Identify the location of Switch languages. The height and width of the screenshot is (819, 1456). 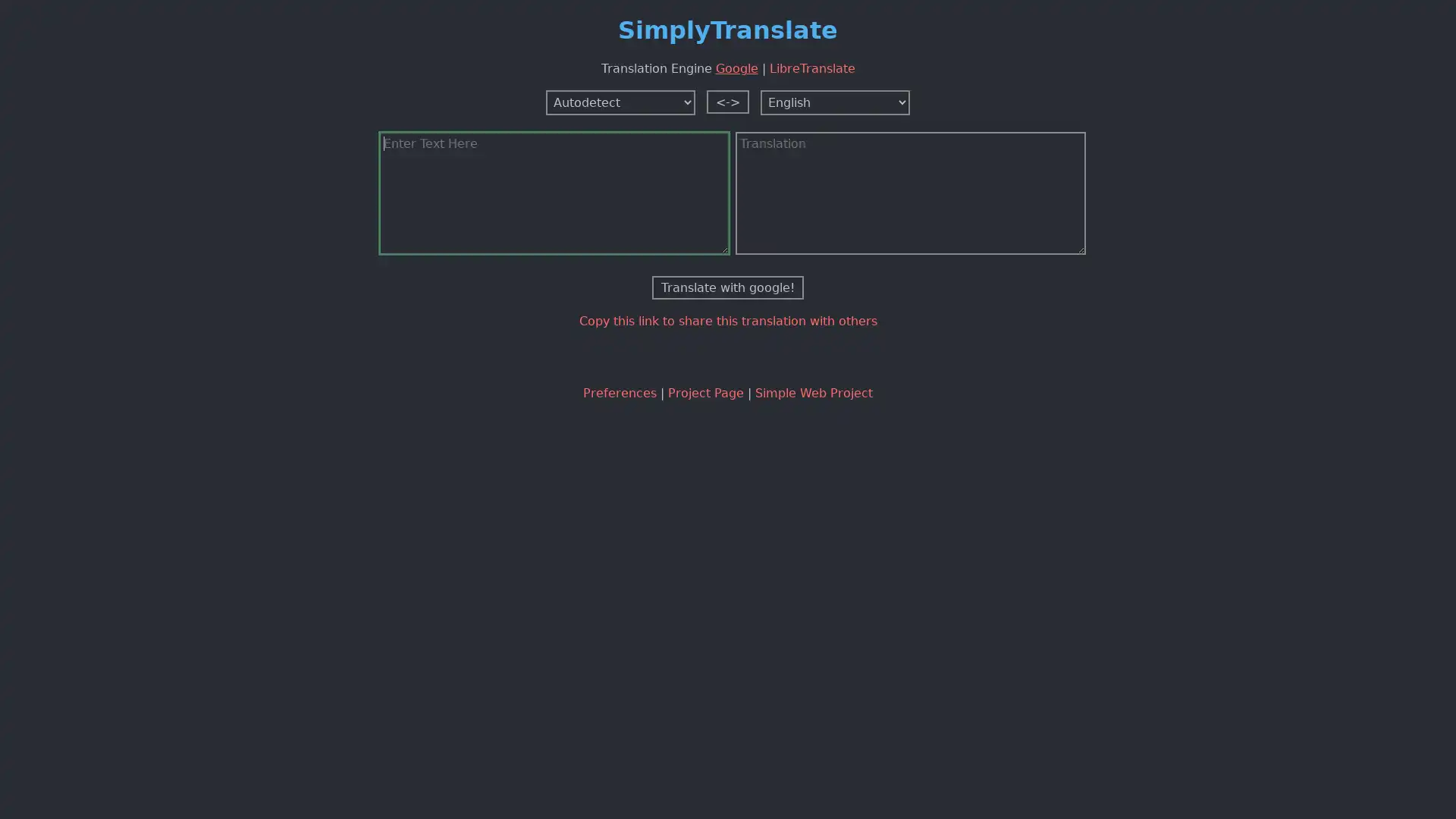
(728, 101).